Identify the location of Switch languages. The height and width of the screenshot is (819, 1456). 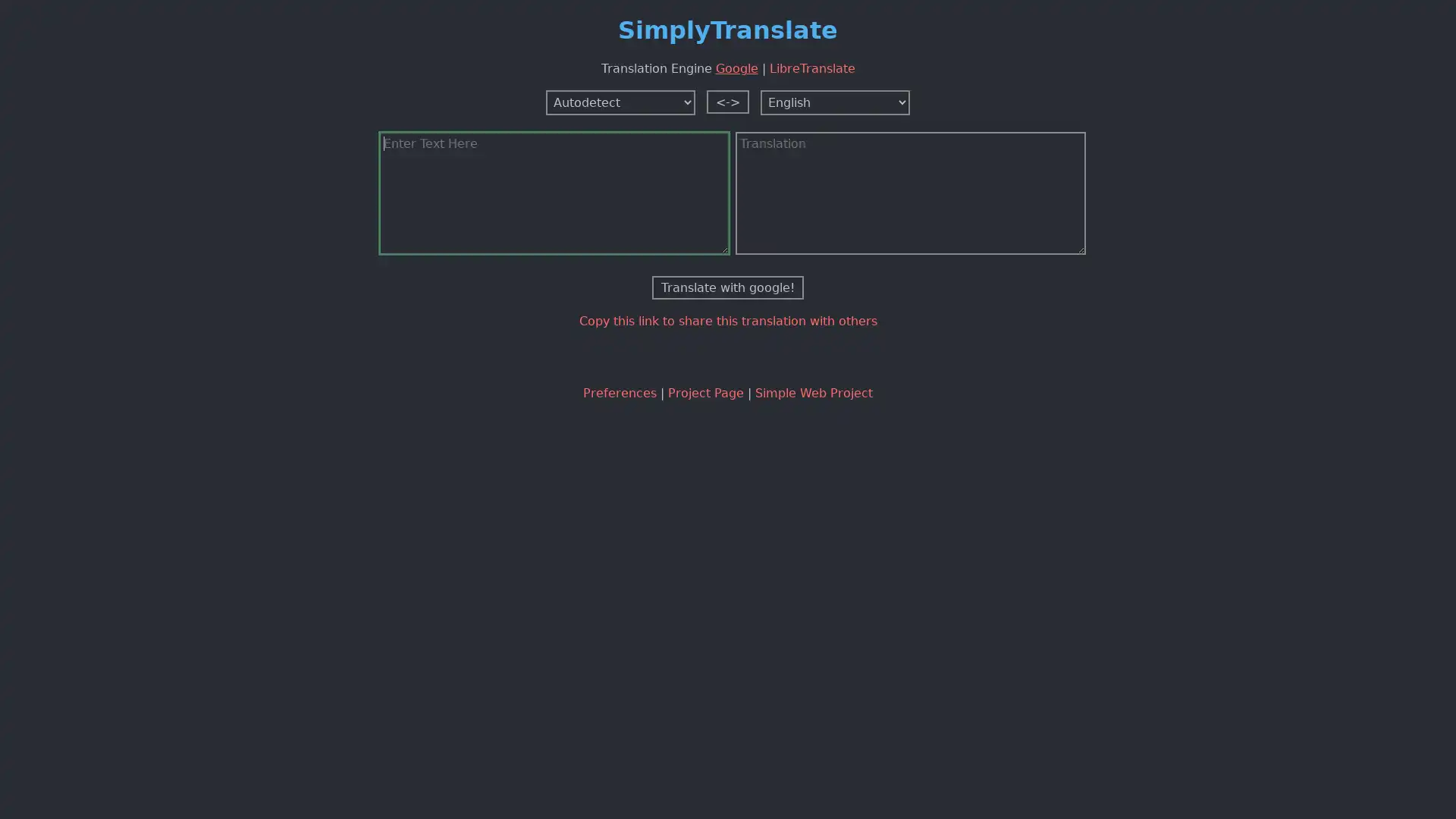
(728, 101).